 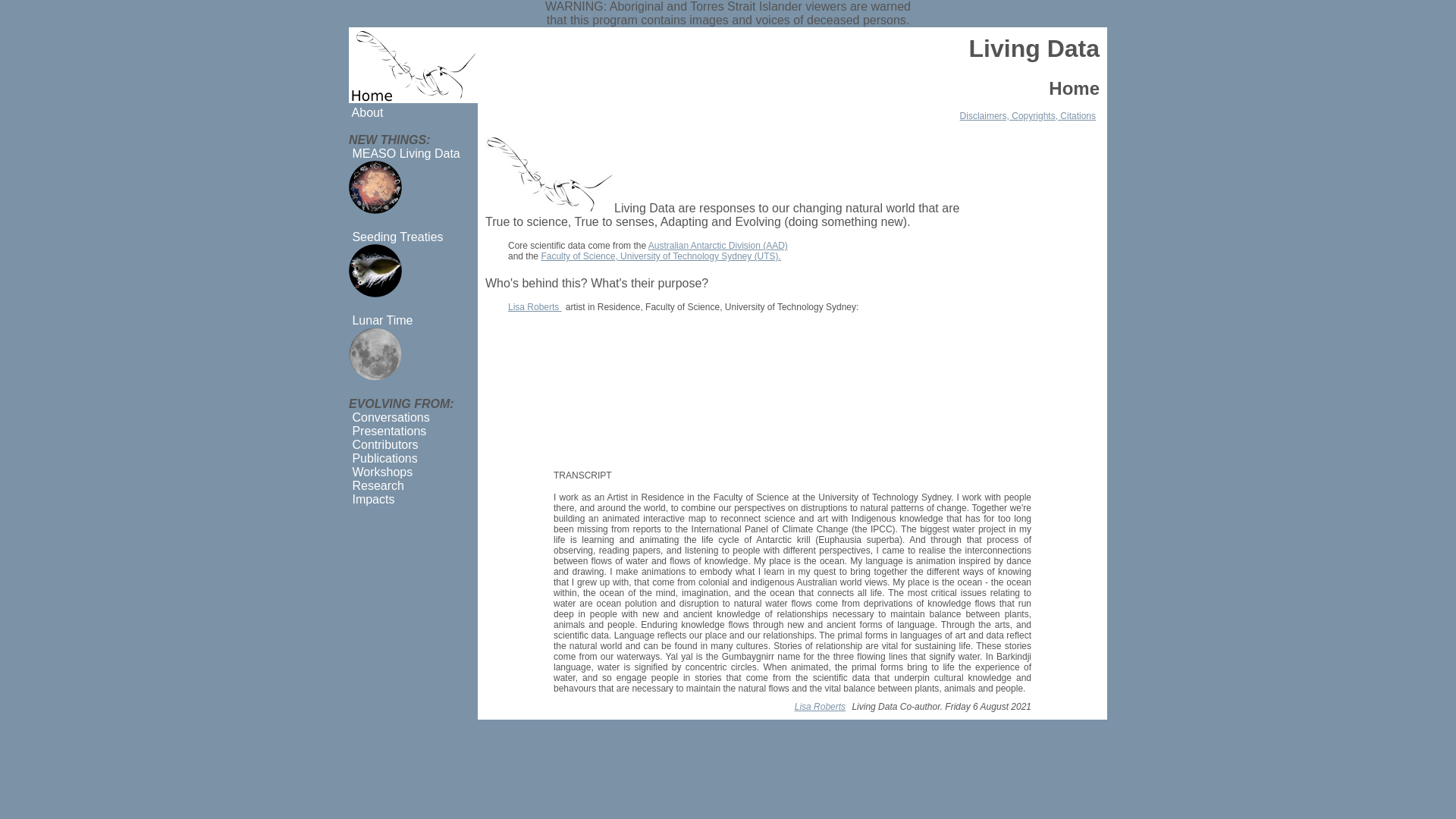 What do you see at coordinates (404, 153) in the screenshot?
I see `' MEASO Living Data'` at bounding box center [404, 153].